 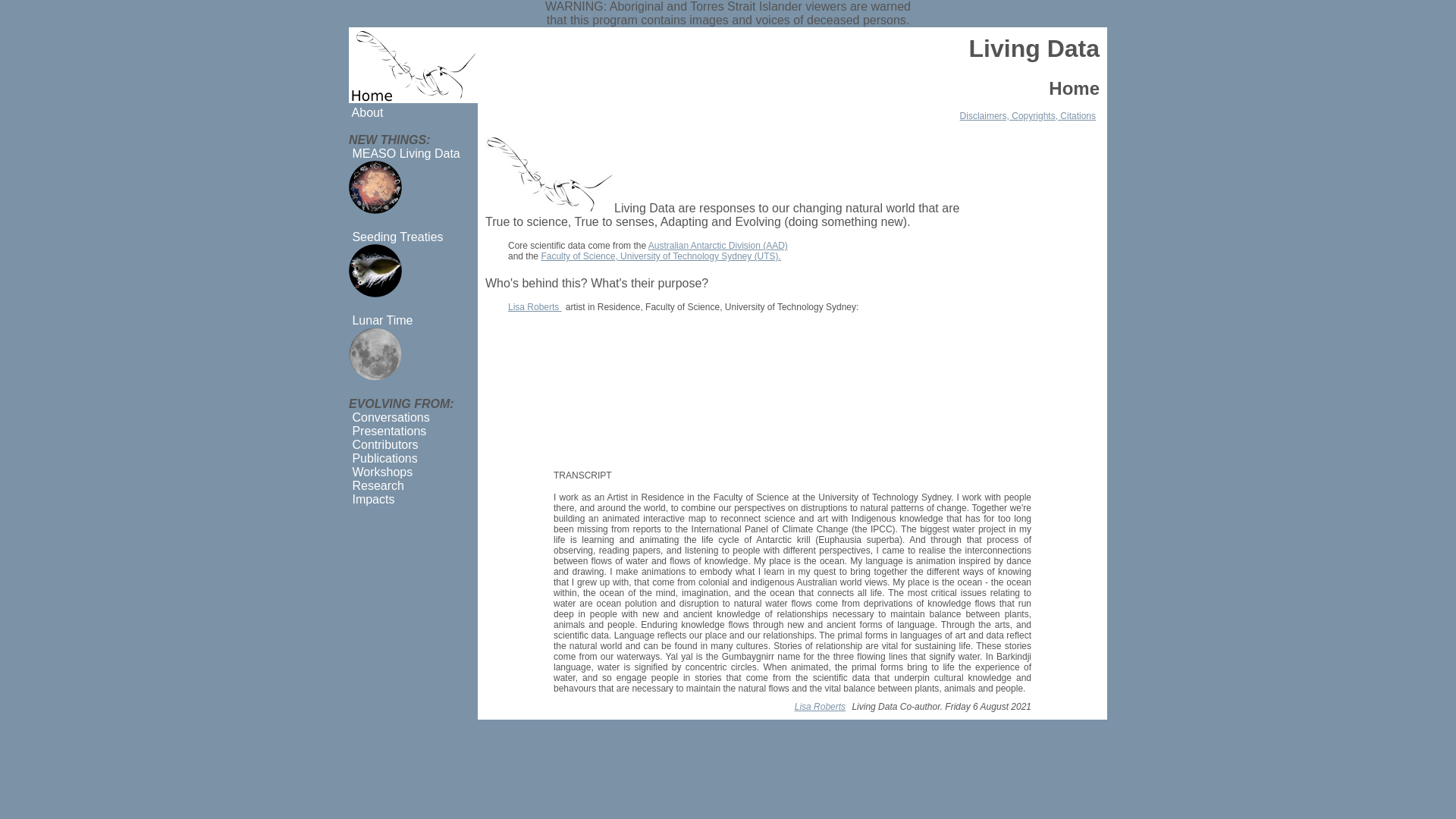 What do you see at coordinates (404, 153) in the screenshot?
I see `' MEASO Living Data'` at bounding box center [404, 153].